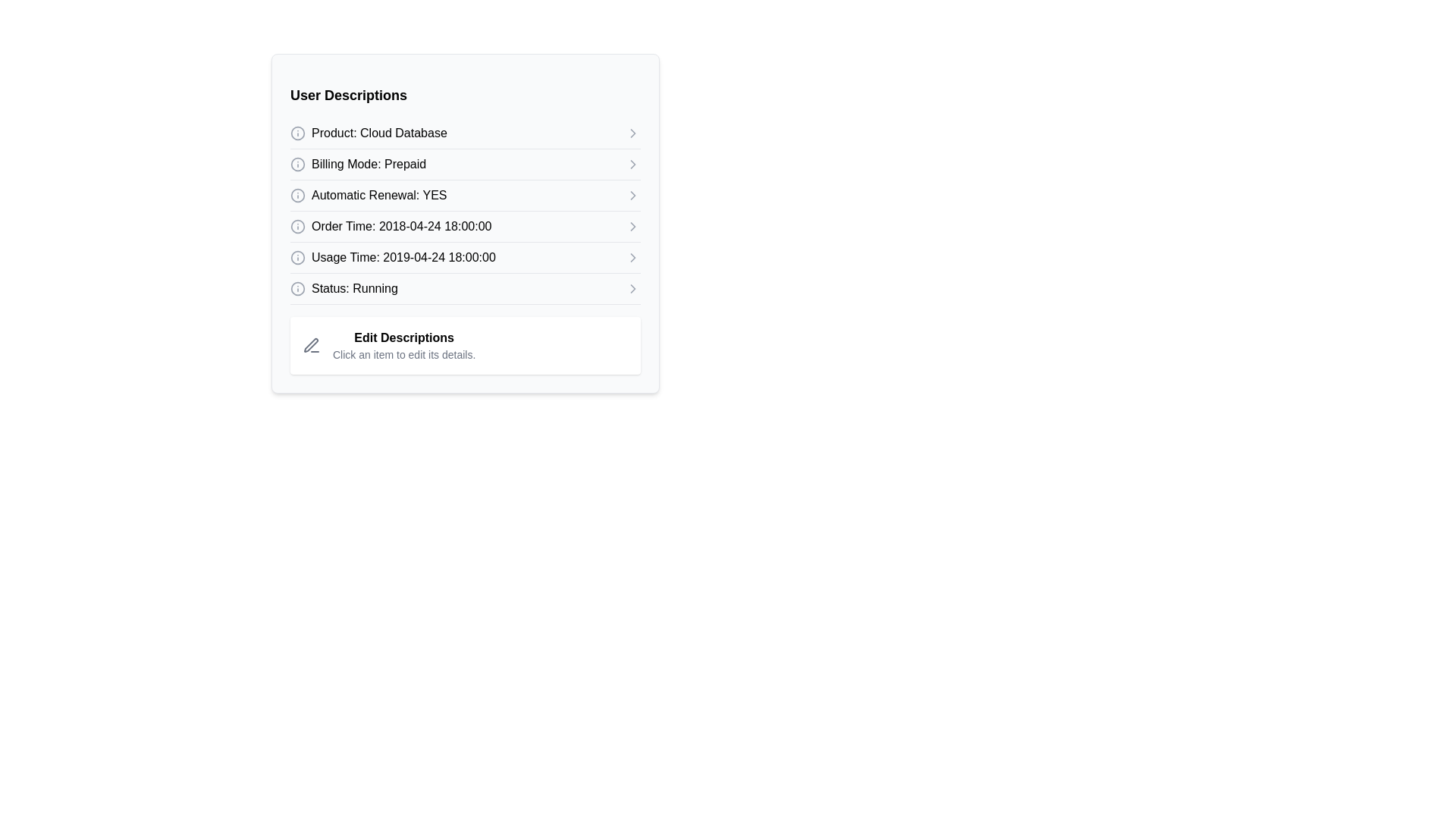 The height and width of the screenshot is (819, 1456). Describe the element at coordinates (465, 227) in the screenshot. I see `the fourth clickable row item under the 'User Descriptions' section to read the text content about order time` at that location.